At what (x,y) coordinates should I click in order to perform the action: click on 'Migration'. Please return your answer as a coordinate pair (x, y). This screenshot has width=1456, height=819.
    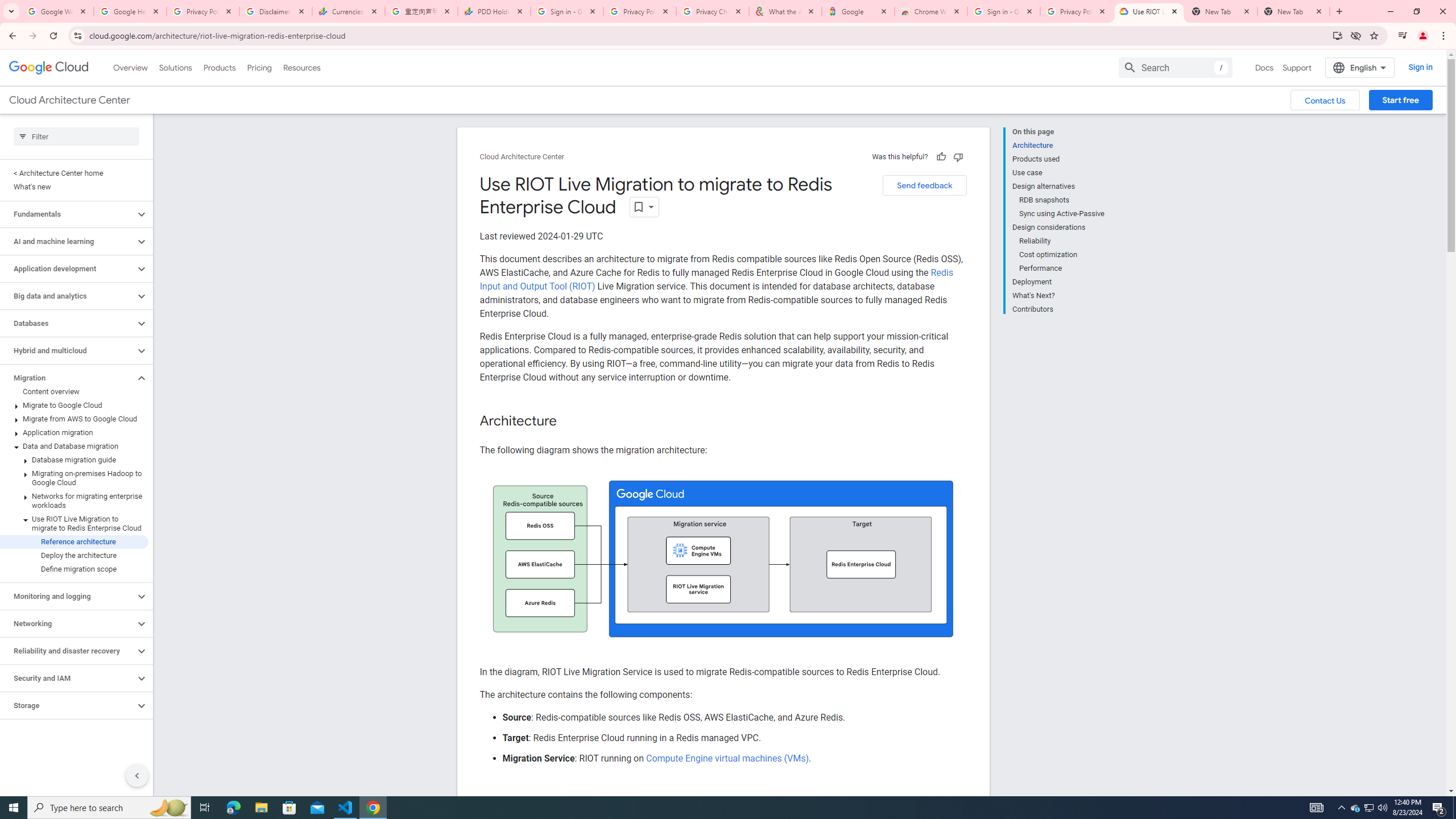
    Looking at the image, I should click on (67, 377).